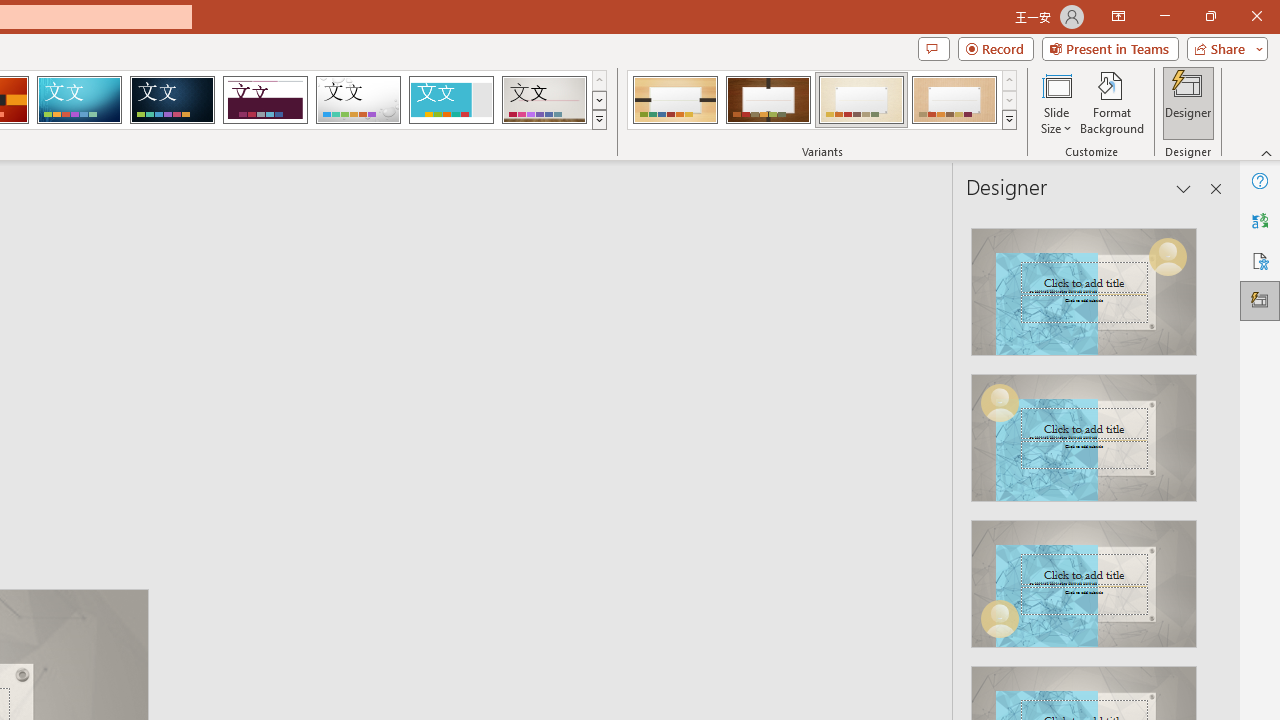 The image size is (1280, 720). What do you see at coordinates (861, 100) in the screenshot?
I see `'Organic Variant 3'` at bounding box center [861, 100].